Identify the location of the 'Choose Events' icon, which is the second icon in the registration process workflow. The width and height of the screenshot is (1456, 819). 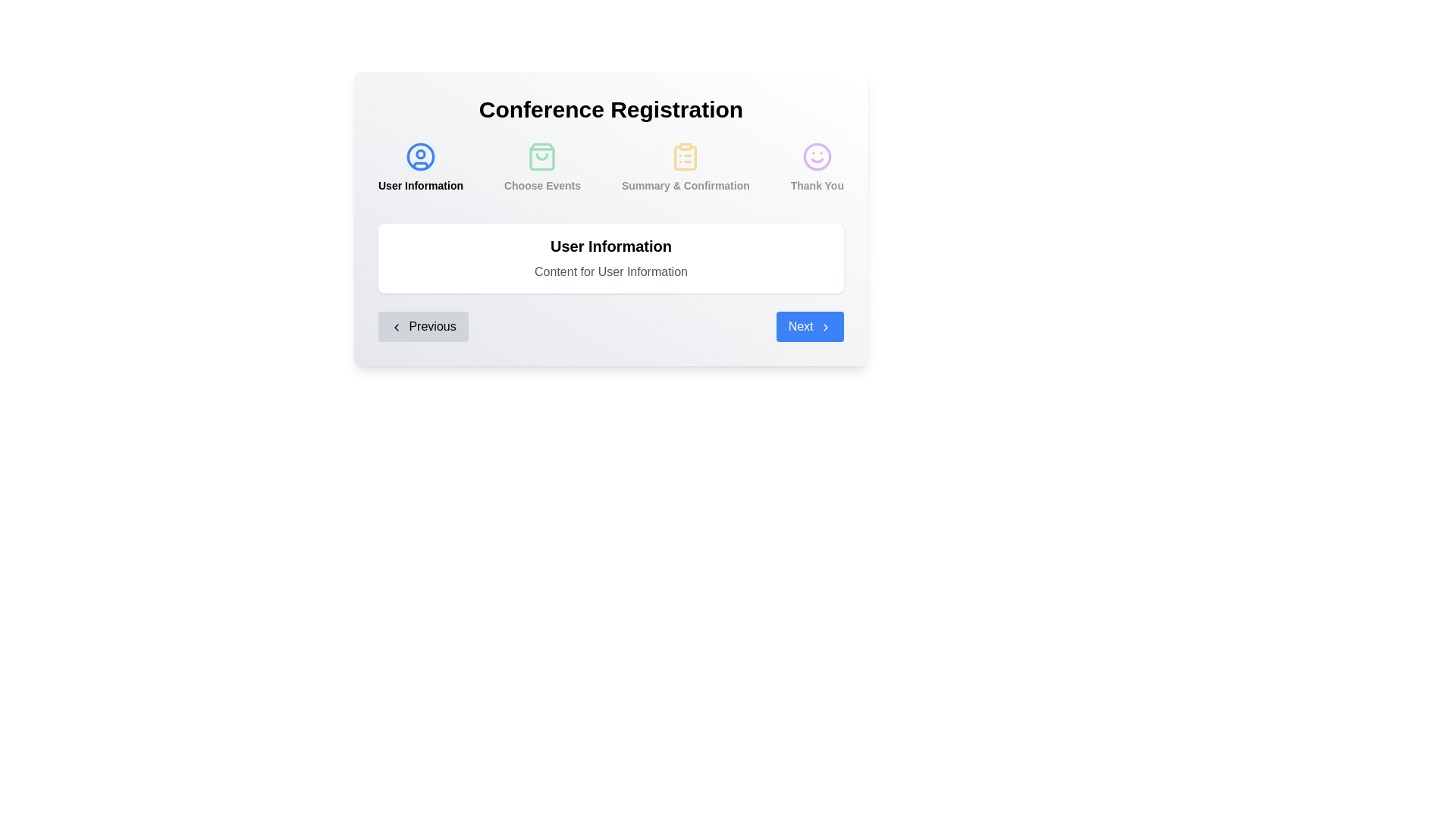
(542, 157).